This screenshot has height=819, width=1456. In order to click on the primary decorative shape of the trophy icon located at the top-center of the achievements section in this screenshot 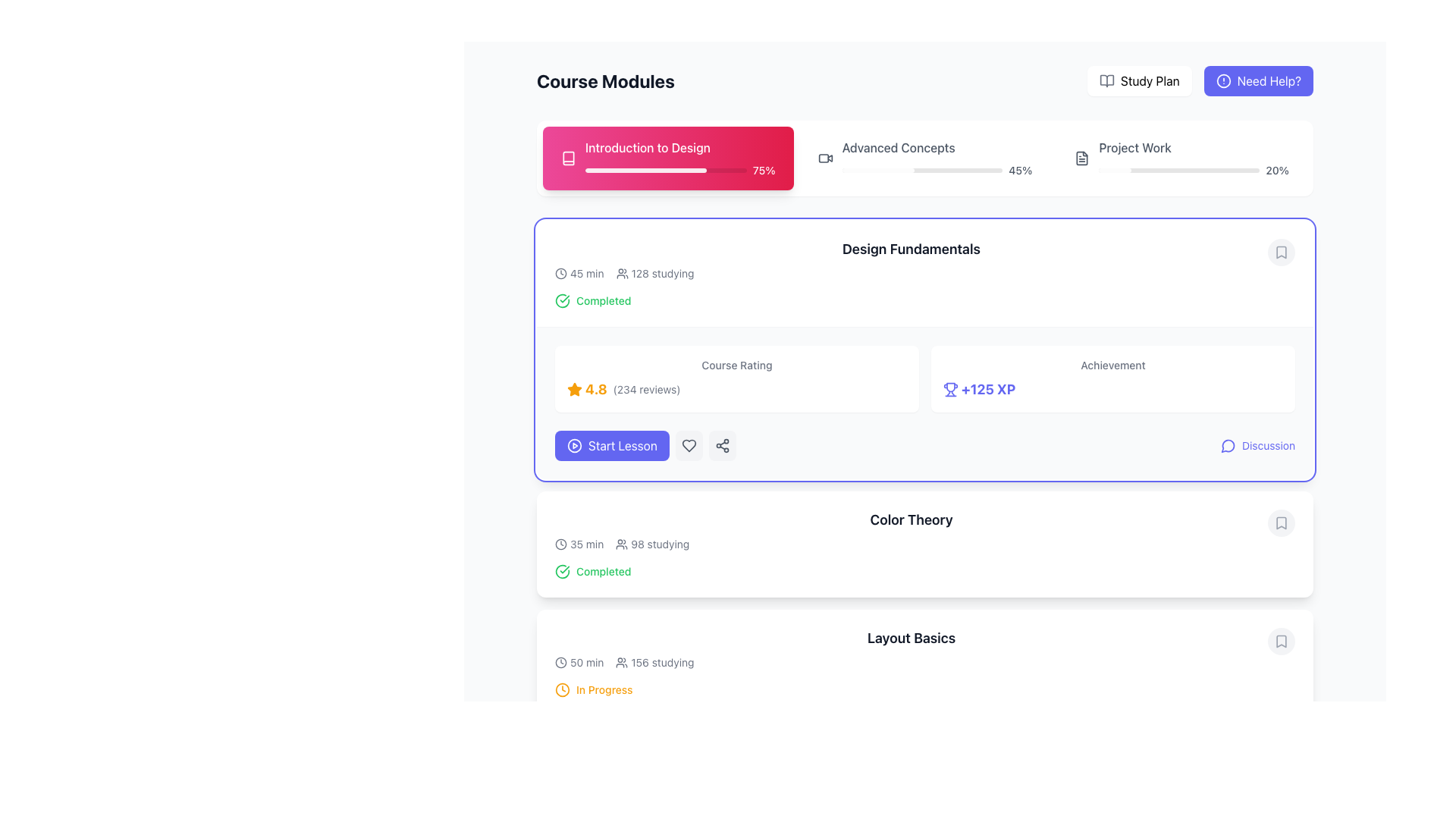, I will do `click(949, 386)`.